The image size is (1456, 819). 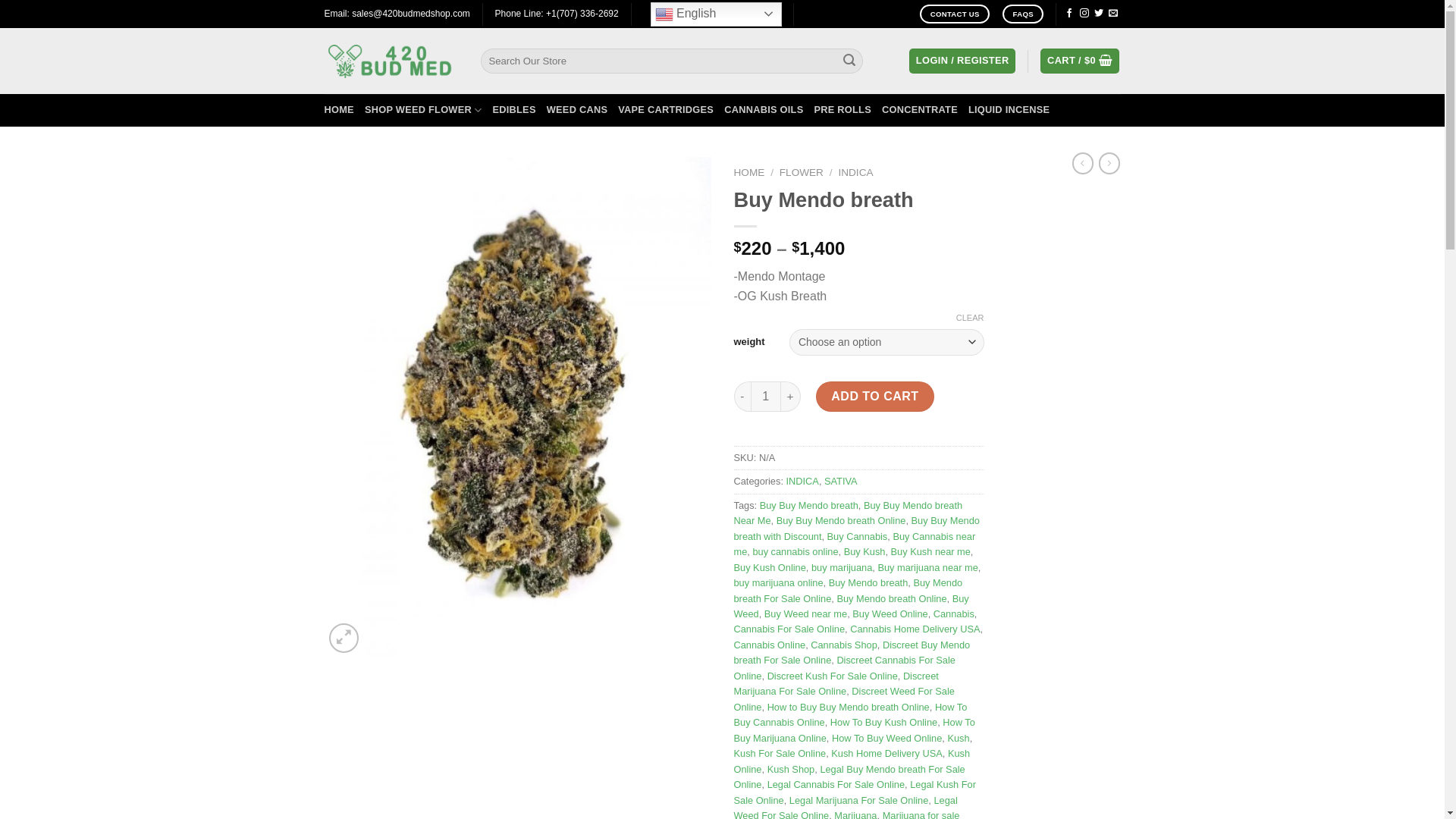 I want to click on 'SATIVA', so click(x=839, y=481).